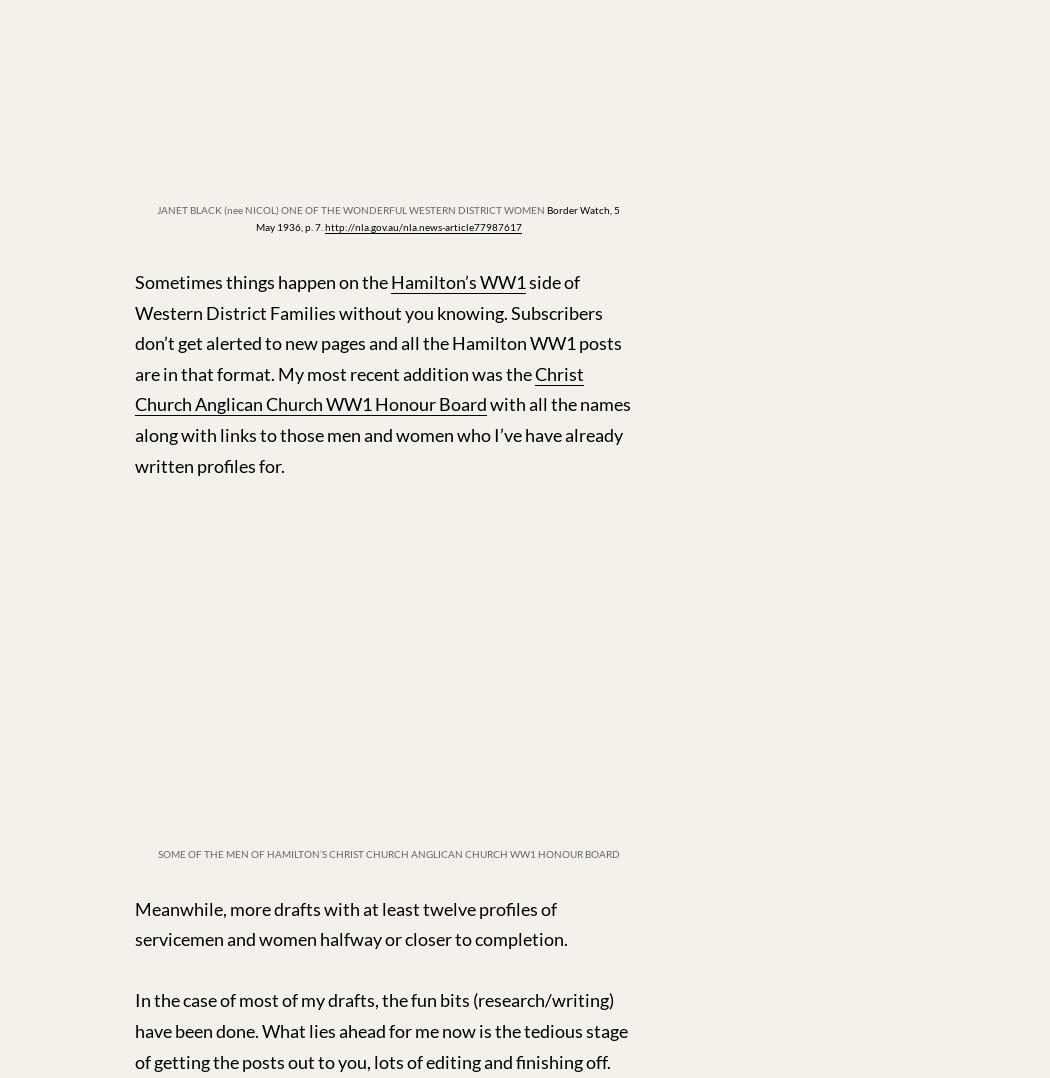 The image size is (1050, 1078). I want to click on 'Christ Church Anglican Church WW1 Honour Board', so click(358, 387).